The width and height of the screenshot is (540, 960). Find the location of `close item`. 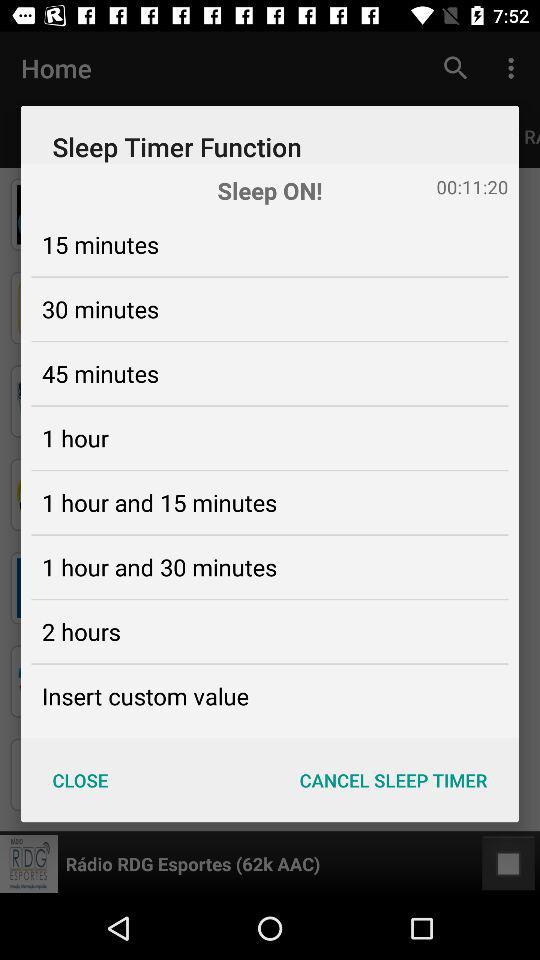

close item is located at coordinates (79, 779).